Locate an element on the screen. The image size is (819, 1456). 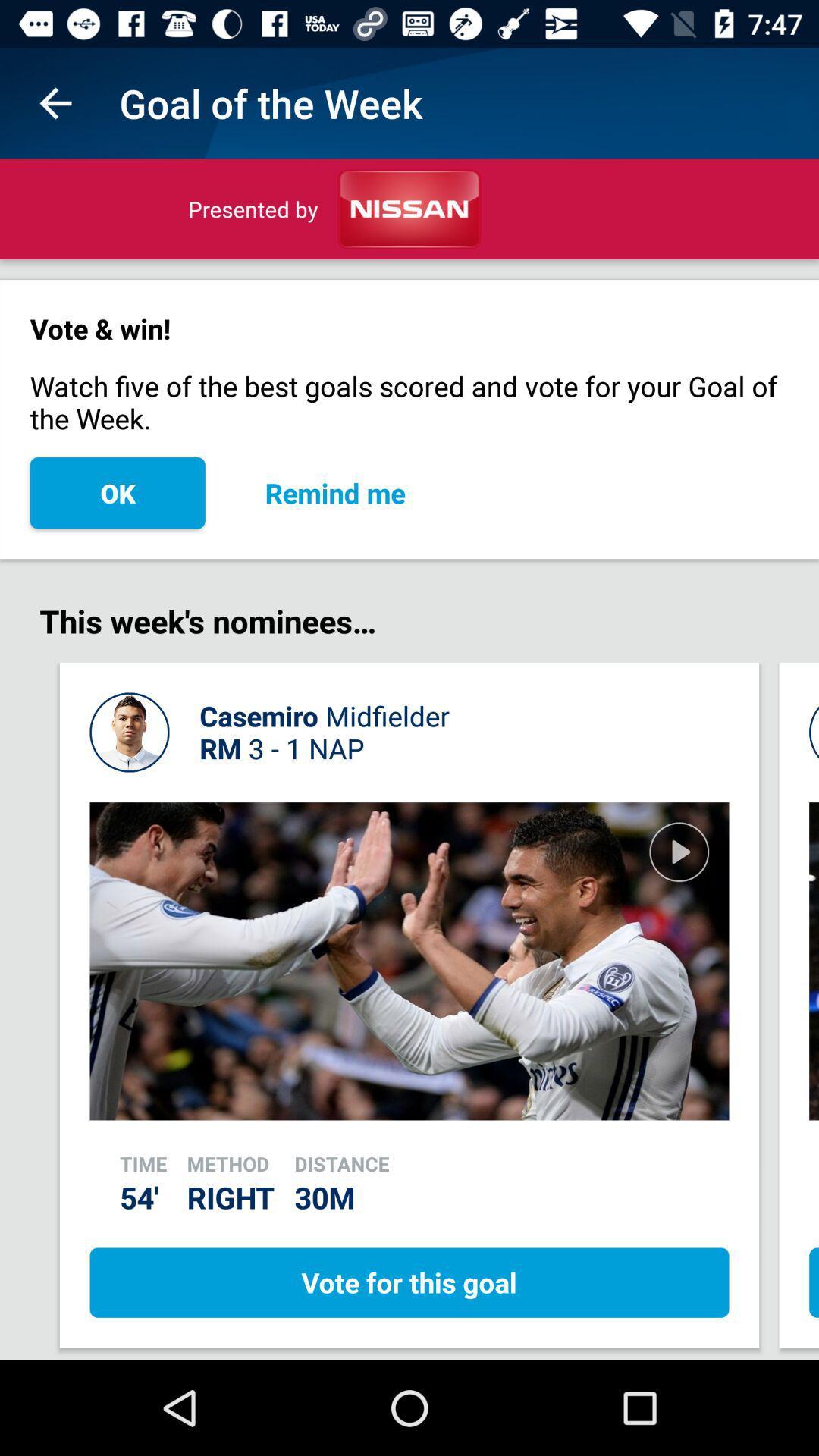
icon to the left of remind me icon is located at coordinates (117, 493).